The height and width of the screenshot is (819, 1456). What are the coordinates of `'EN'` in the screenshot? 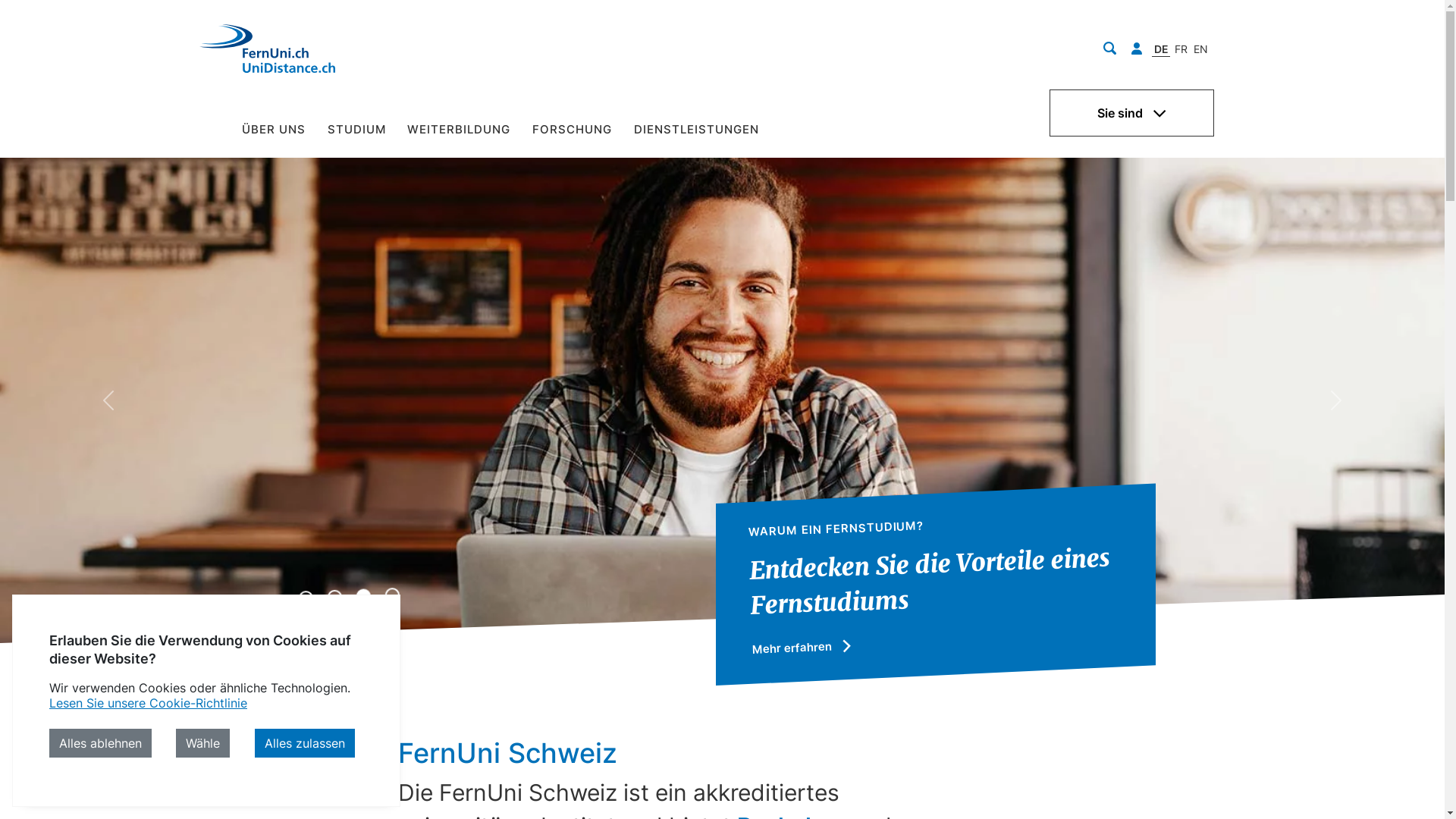 It's located at (1200, 48).